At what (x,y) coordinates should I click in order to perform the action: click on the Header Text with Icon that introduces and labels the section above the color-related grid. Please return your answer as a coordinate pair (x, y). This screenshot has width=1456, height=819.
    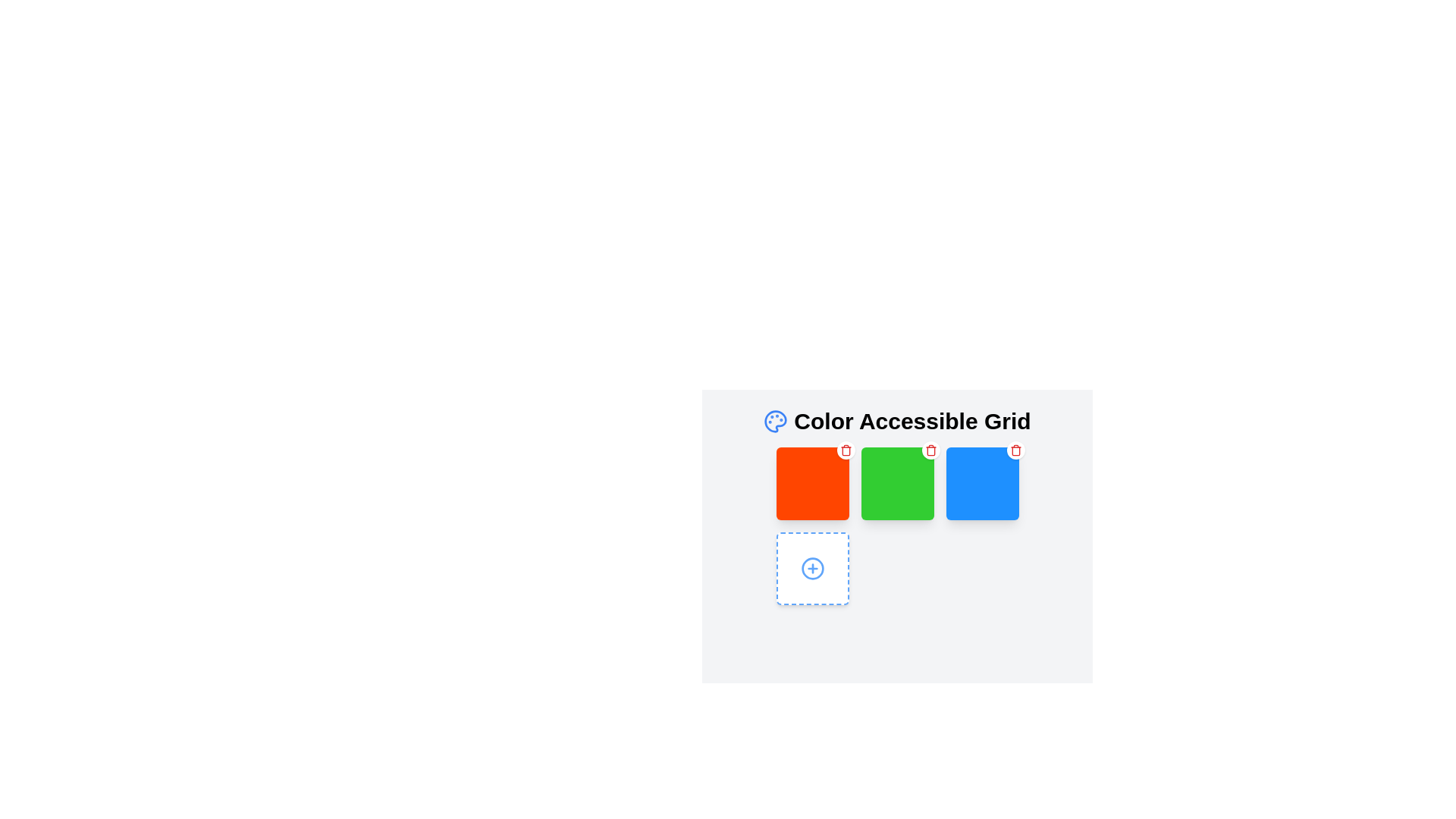
    Looking at the image, I should click on (897, 421).